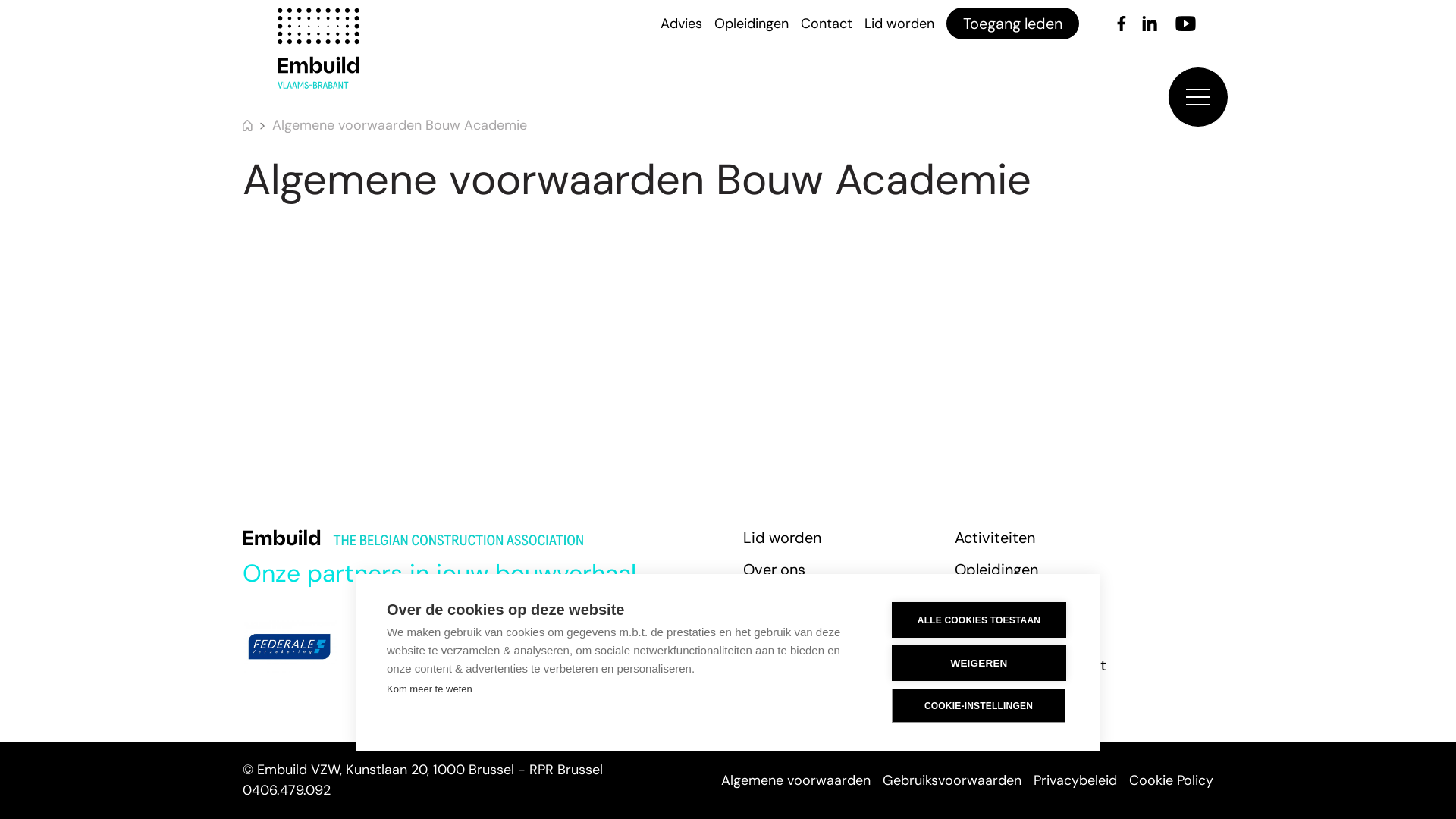  What do you see at coordinates (800, 23) in the screenshot?
I see `'Contact'` at bounding box center [800, 23].